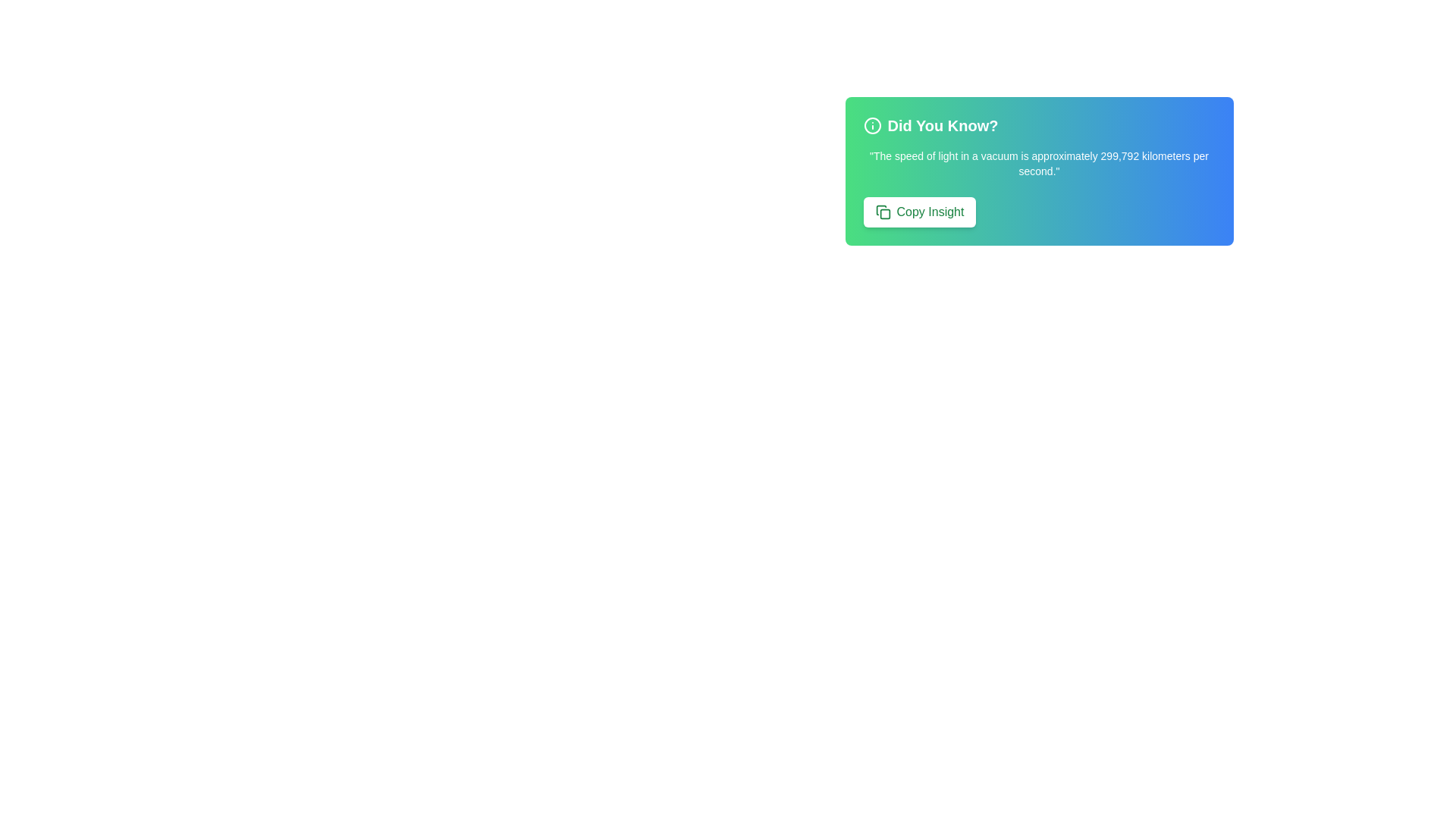 This screenshot has width=1456, height=819. I want to click on the green overlapping square icon located to the left of the 'Copy Insight' text within the button below the 'Did You Know?' section, so click(883, 212).